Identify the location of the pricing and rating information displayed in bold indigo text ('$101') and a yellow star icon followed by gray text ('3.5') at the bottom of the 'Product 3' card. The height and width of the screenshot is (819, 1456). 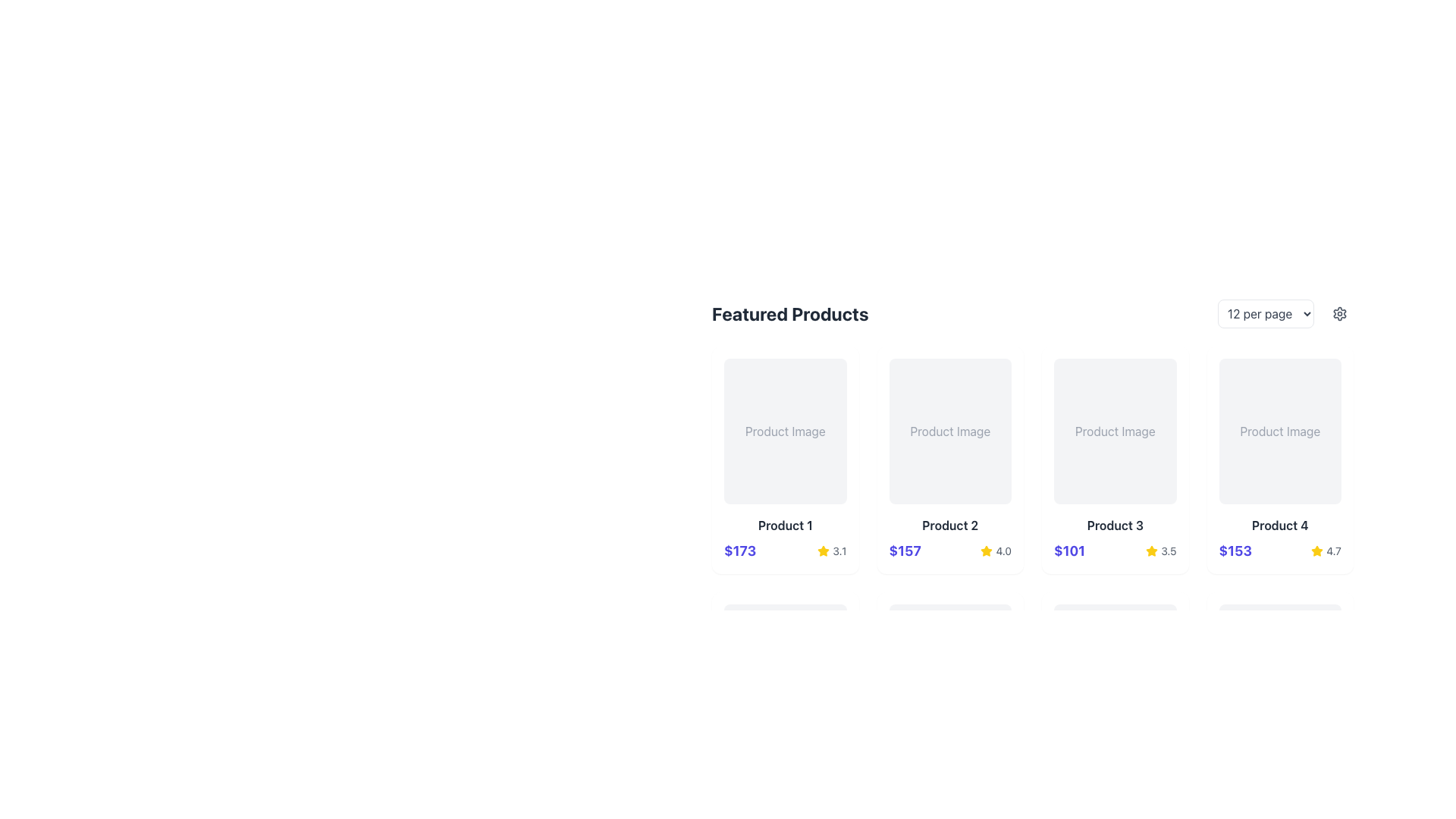
(1115, 551).